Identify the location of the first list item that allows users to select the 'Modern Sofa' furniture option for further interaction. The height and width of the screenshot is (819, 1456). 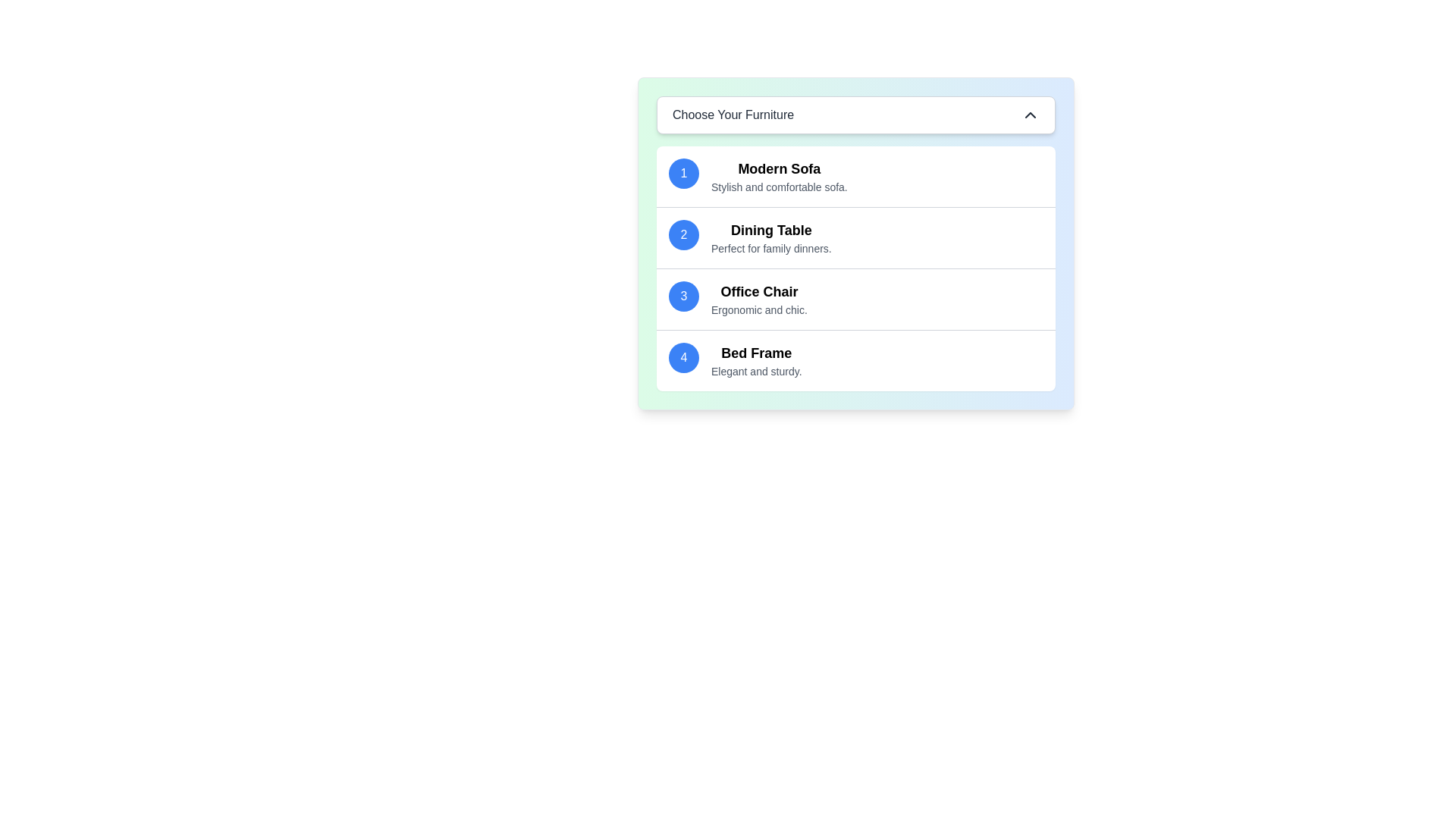
(855, 175).